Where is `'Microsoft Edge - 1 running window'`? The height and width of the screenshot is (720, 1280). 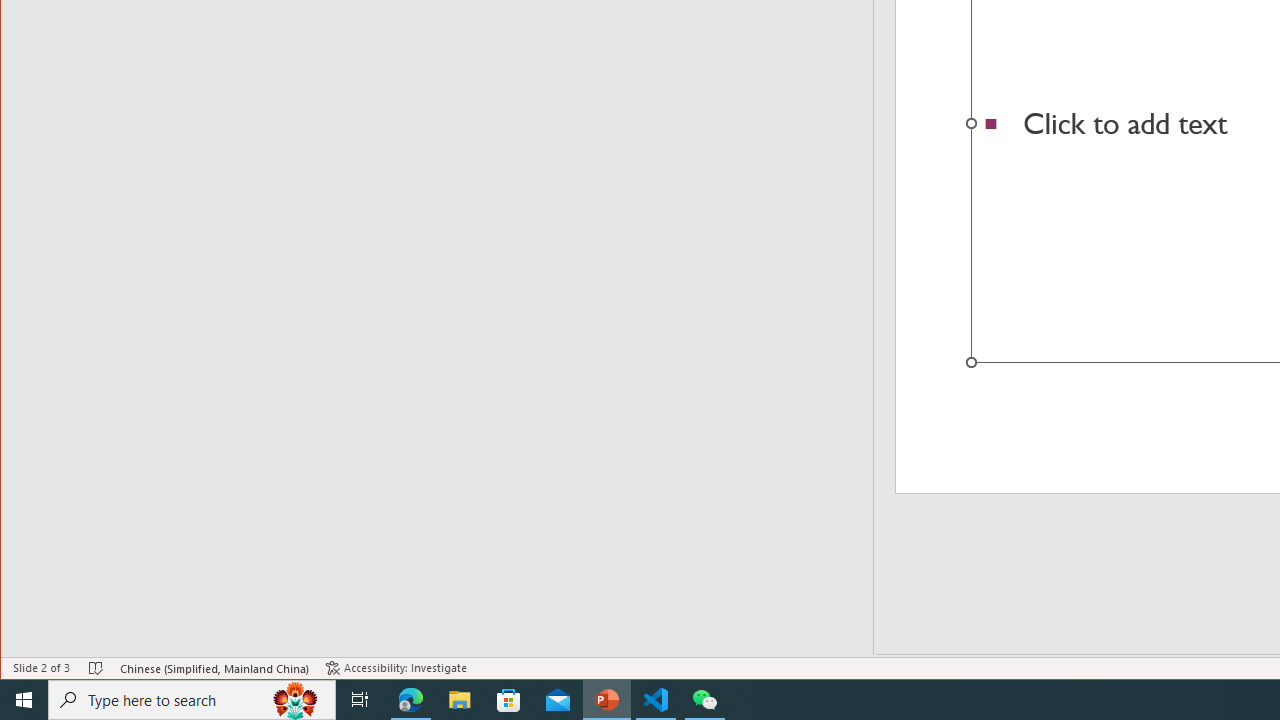 'Microsoft Edge - 1 running window' is located at coordinates (410, 698).